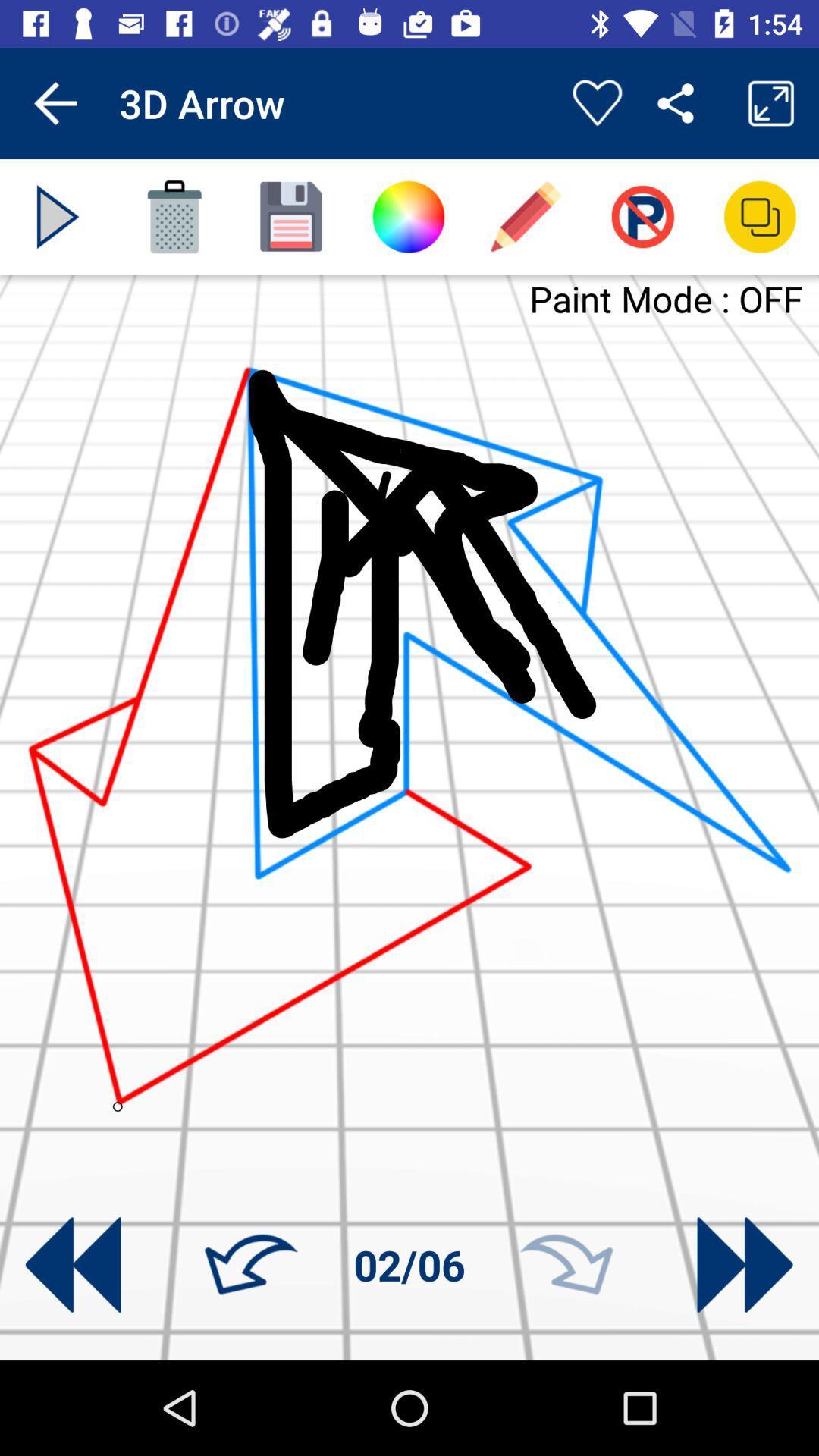  Describe the element at coordinates (250, 1265) in the screenshot. I see `undo` at that location.